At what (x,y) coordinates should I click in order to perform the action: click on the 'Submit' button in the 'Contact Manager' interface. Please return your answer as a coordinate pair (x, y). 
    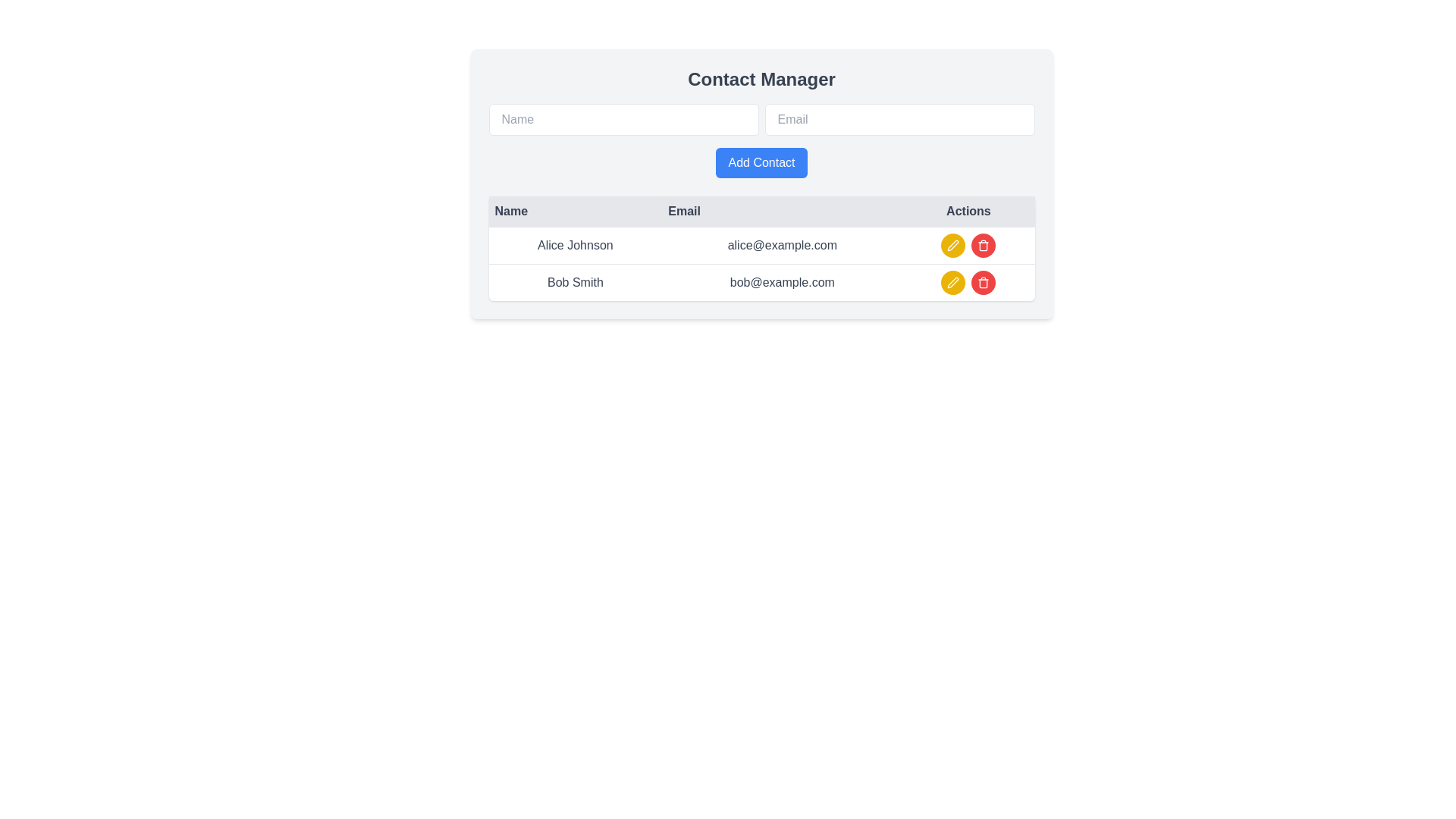
    Looking at the image, I should click on (761, 140).